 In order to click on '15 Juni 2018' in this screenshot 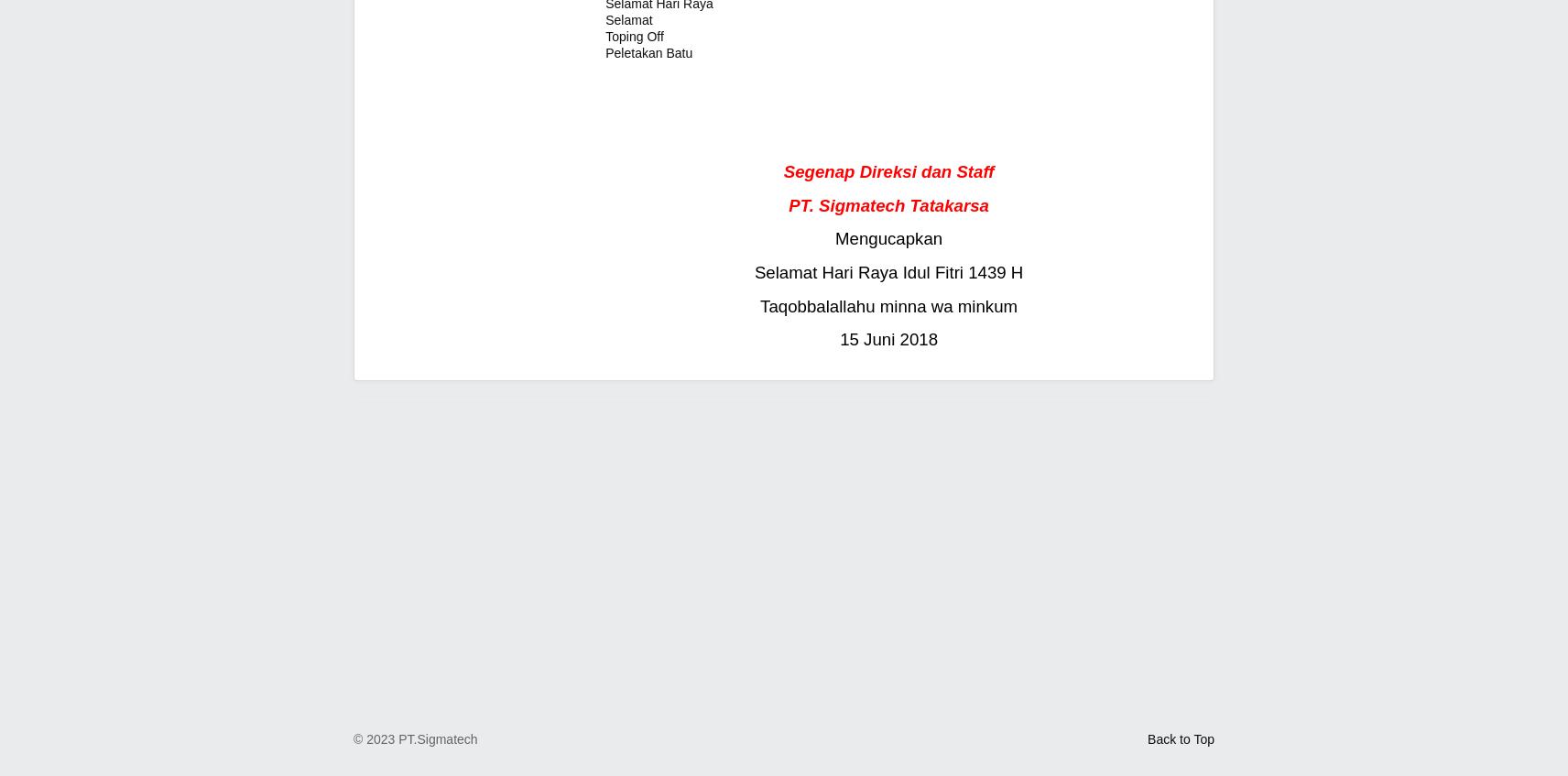, I will do `click(887, 338)`.